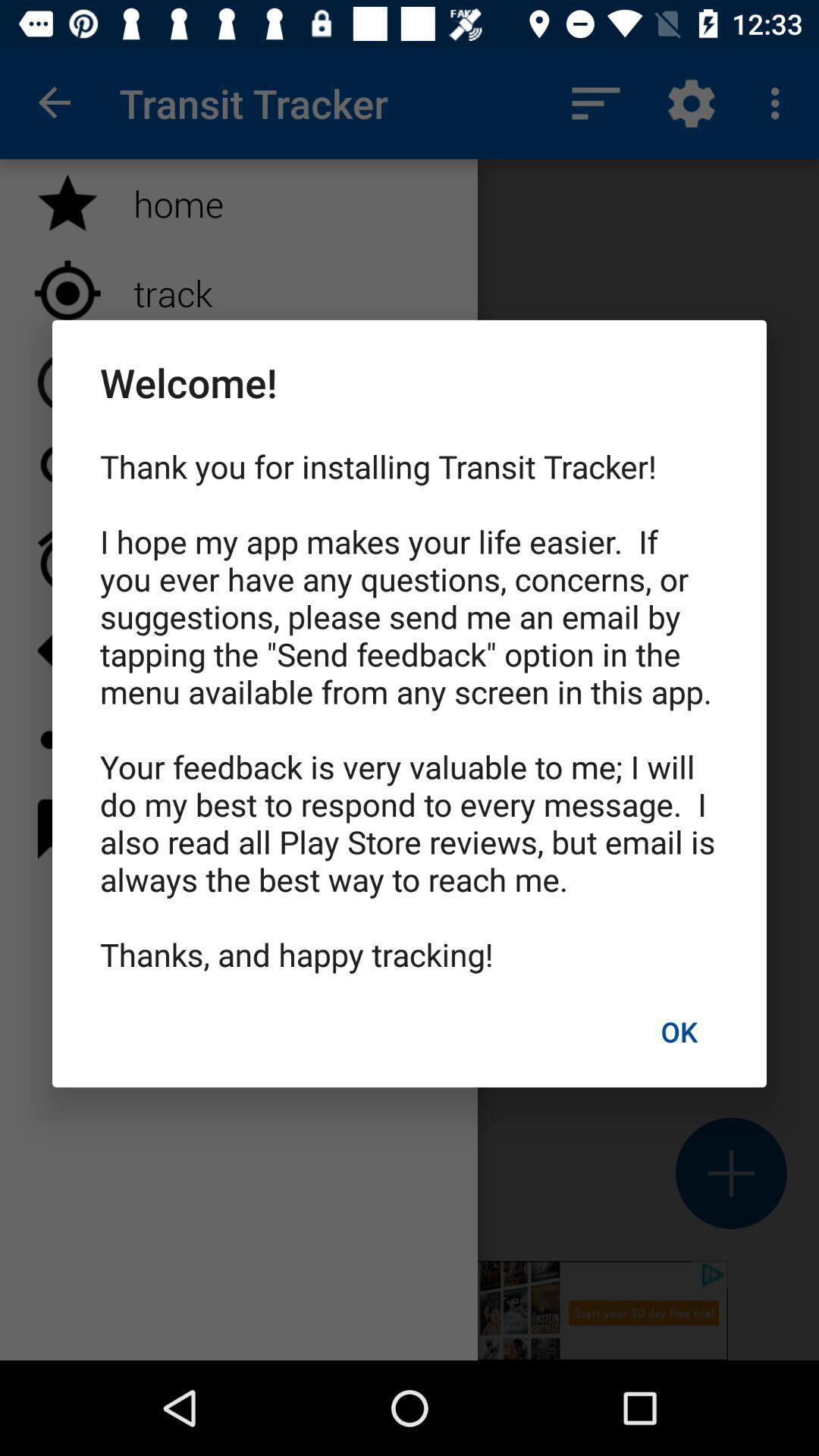 This screenshot has width=819, height=1456. What do you see at coordinates (678, 1031) in the screenshot?
I see `the ok` at bounding box center [678, 1031].